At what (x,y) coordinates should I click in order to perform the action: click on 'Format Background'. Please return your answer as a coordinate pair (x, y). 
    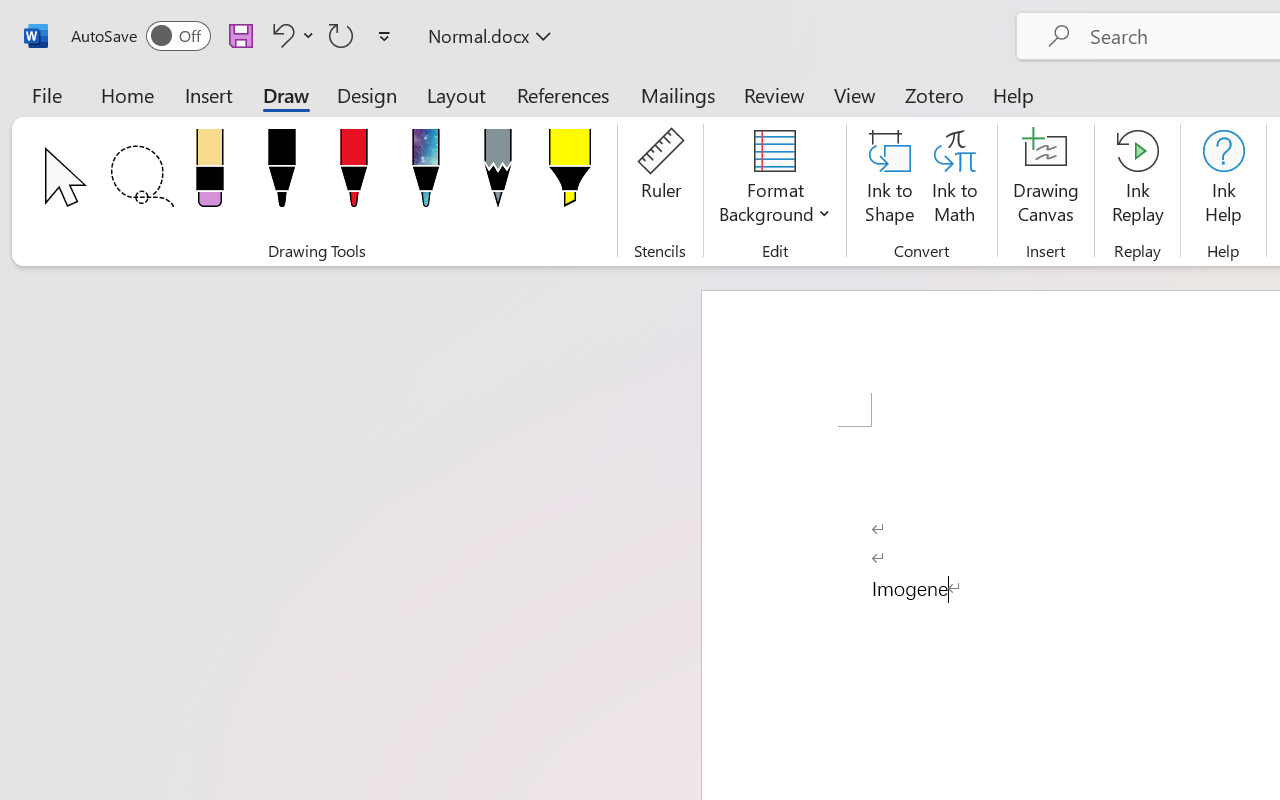
    Looking at the image, I should click on (774, 179).